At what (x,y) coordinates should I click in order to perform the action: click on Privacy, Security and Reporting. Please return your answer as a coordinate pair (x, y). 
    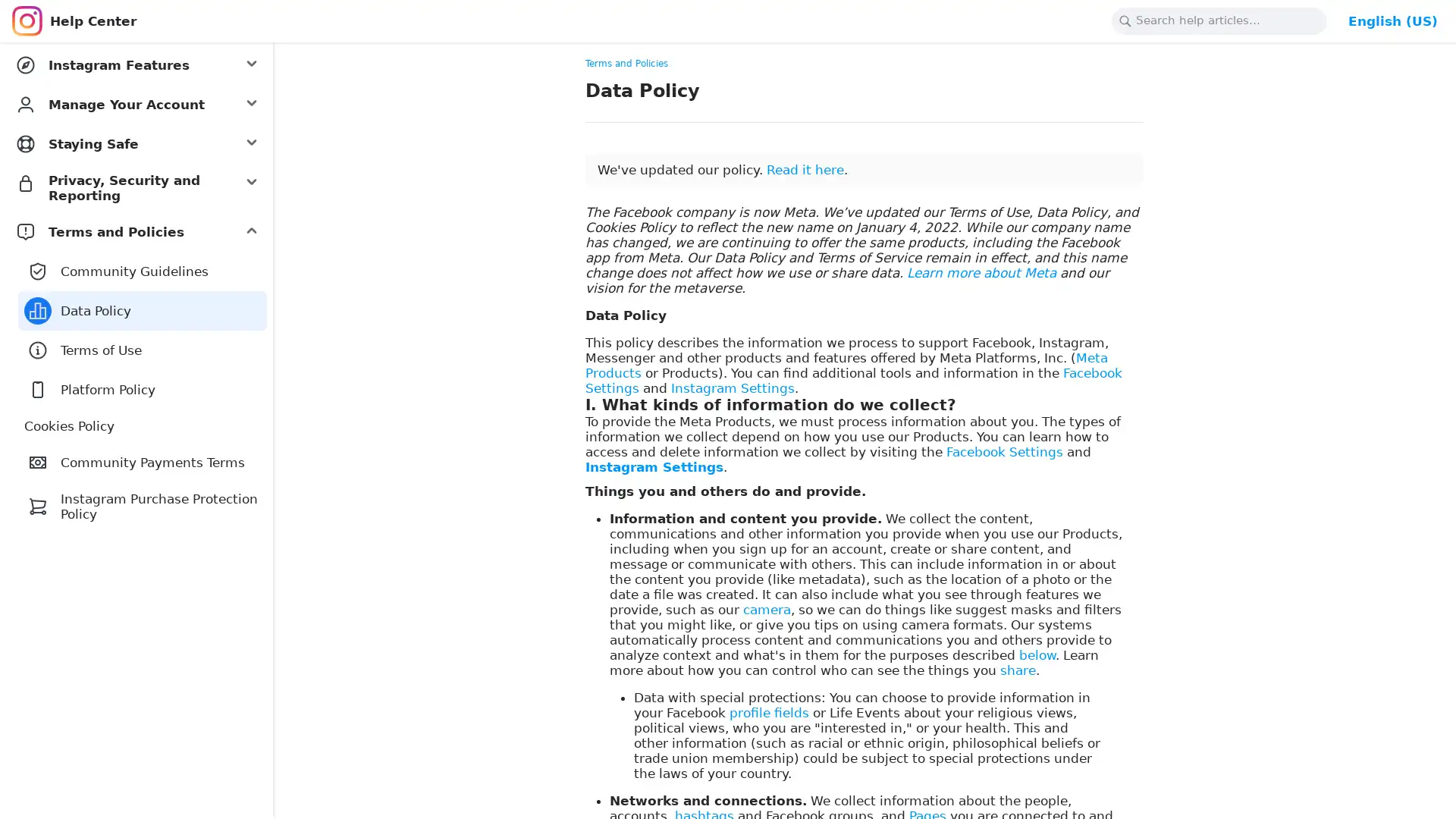
    Looking at the image, I should click on (136, 187).